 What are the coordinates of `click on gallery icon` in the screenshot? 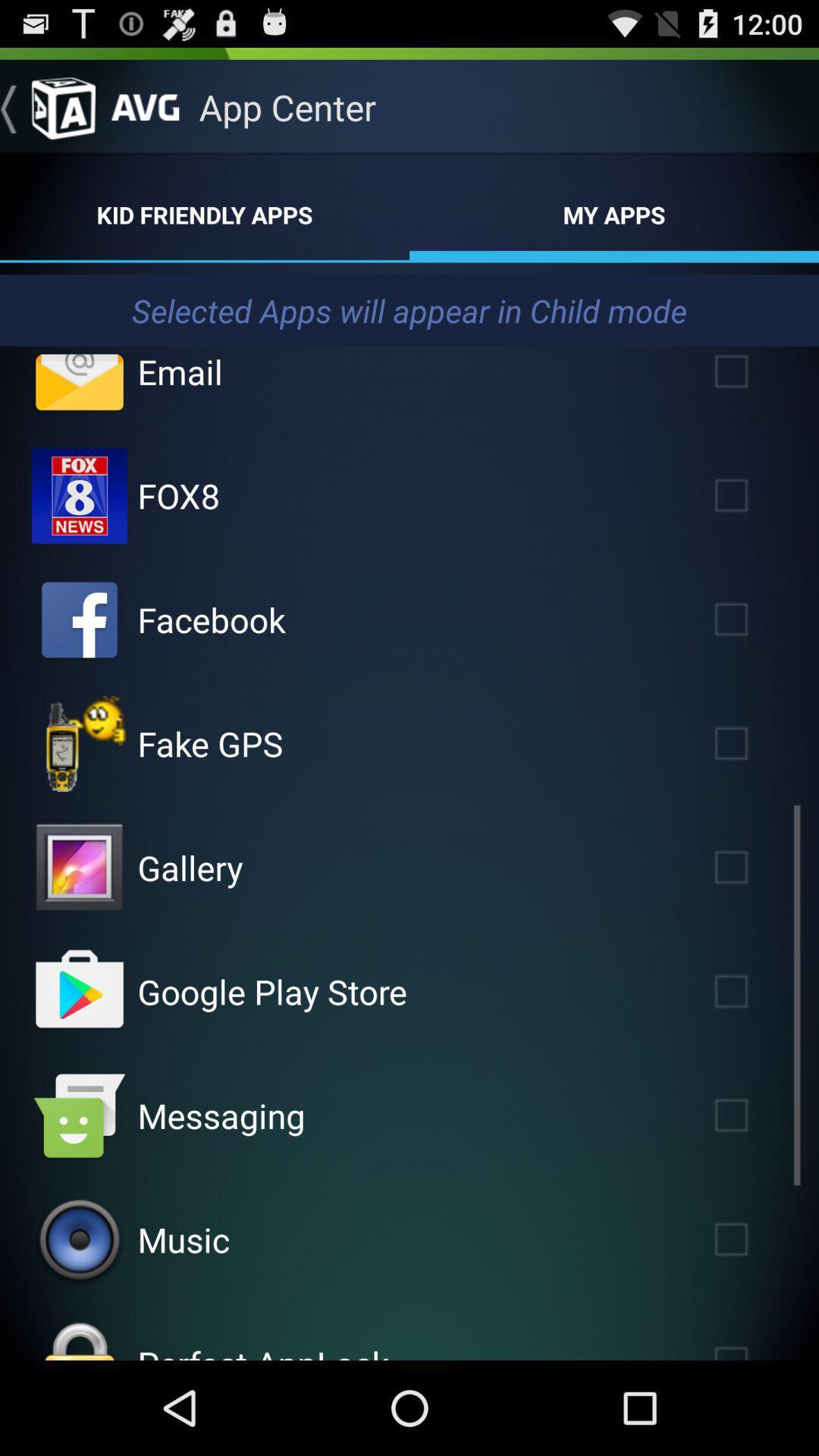 It's located at (79, 868).